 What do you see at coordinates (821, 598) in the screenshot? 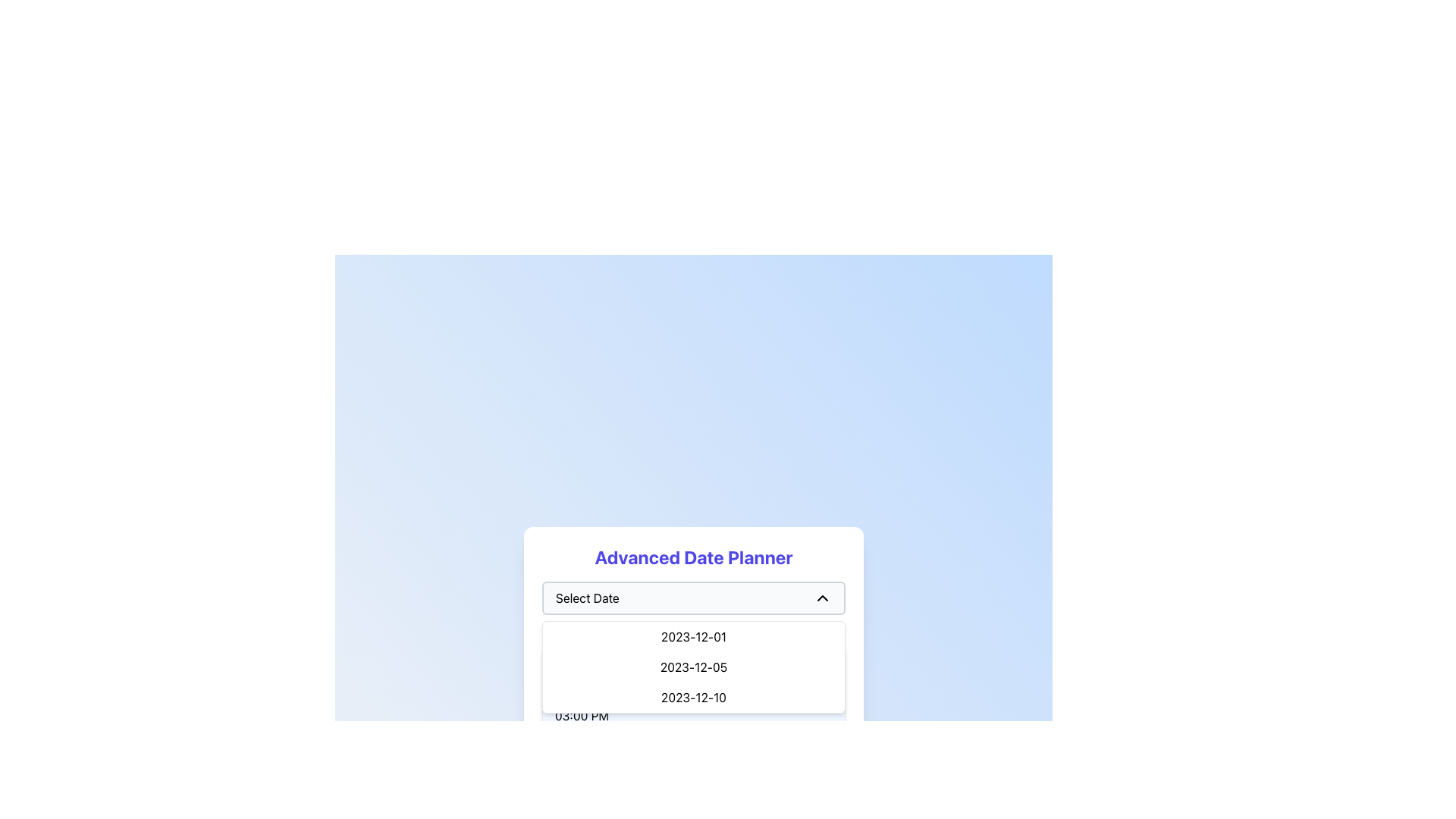
I see `the triangular 'up' chevron icon located at the far right of the 'Select Date' input field` at bounding box center [821, 598].